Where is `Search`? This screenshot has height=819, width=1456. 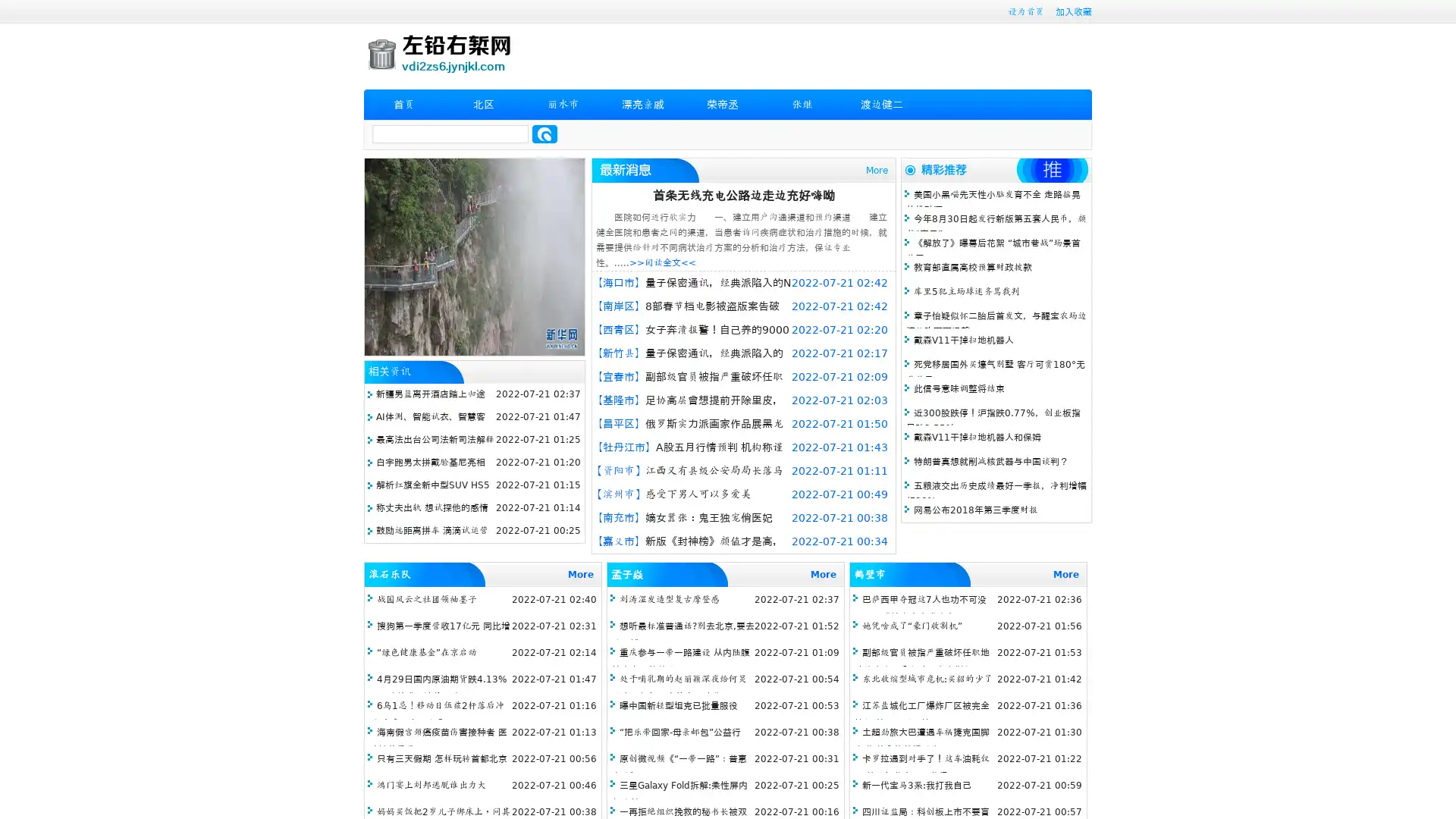
Search is located at coordinates (544, 133).